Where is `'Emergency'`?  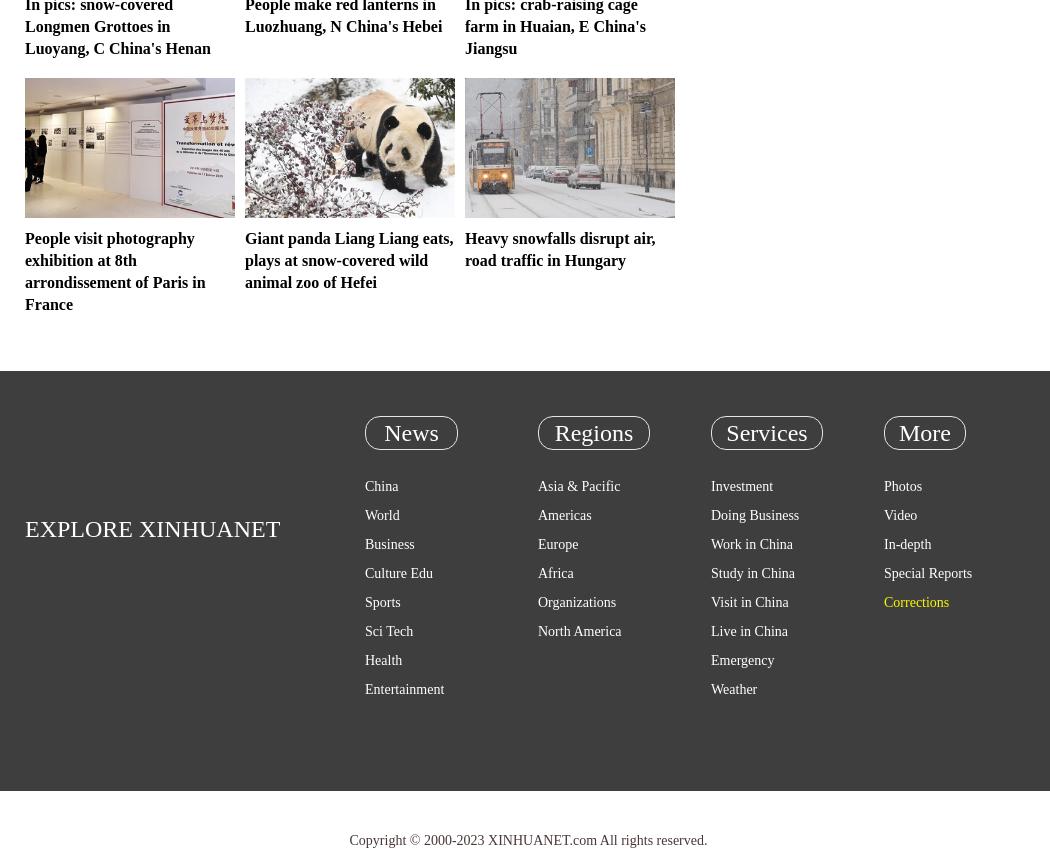
'Emergency' is located at coordinates (710, 660).